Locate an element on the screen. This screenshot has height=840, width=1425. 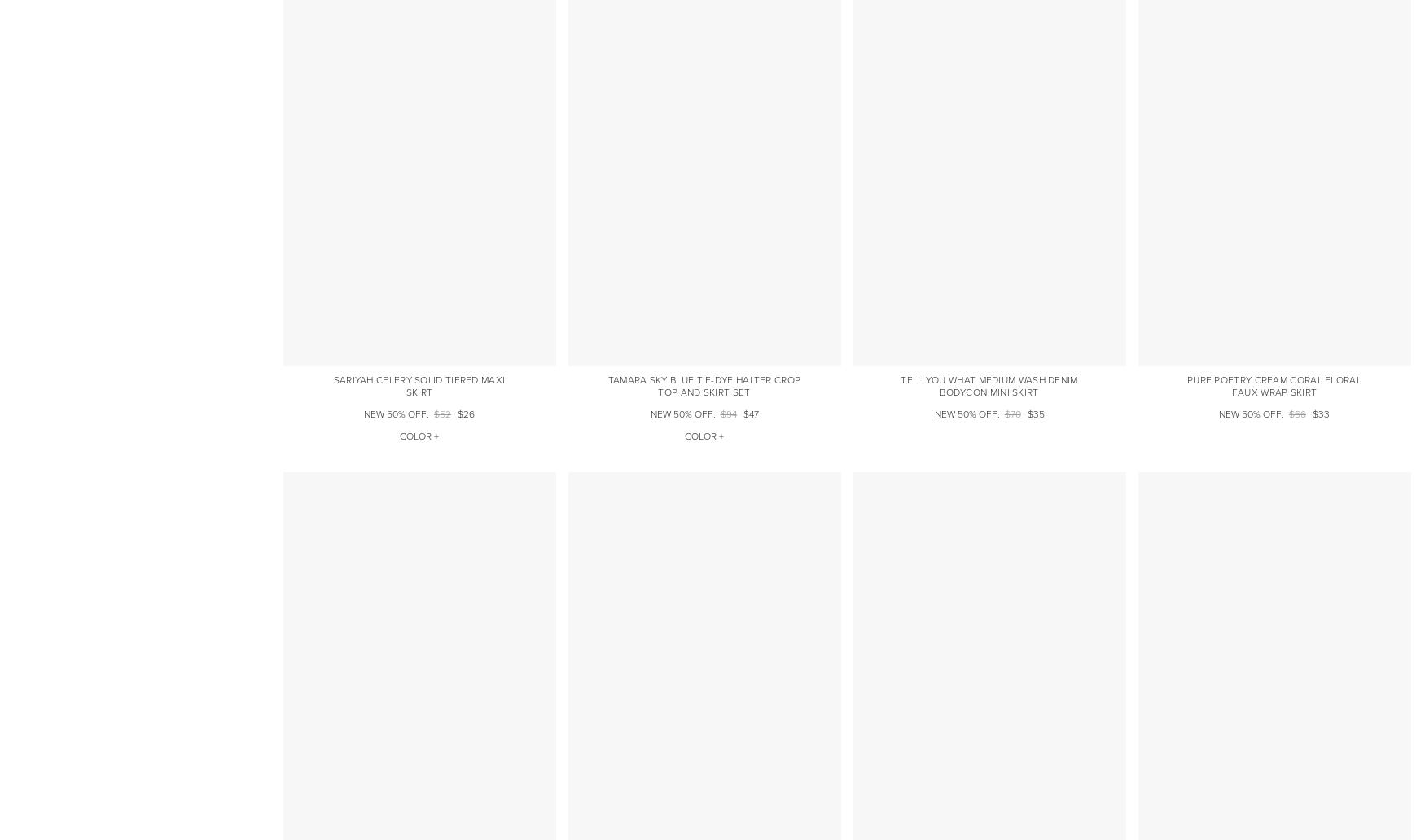
'$70' is located at coordinates (1004, 413).